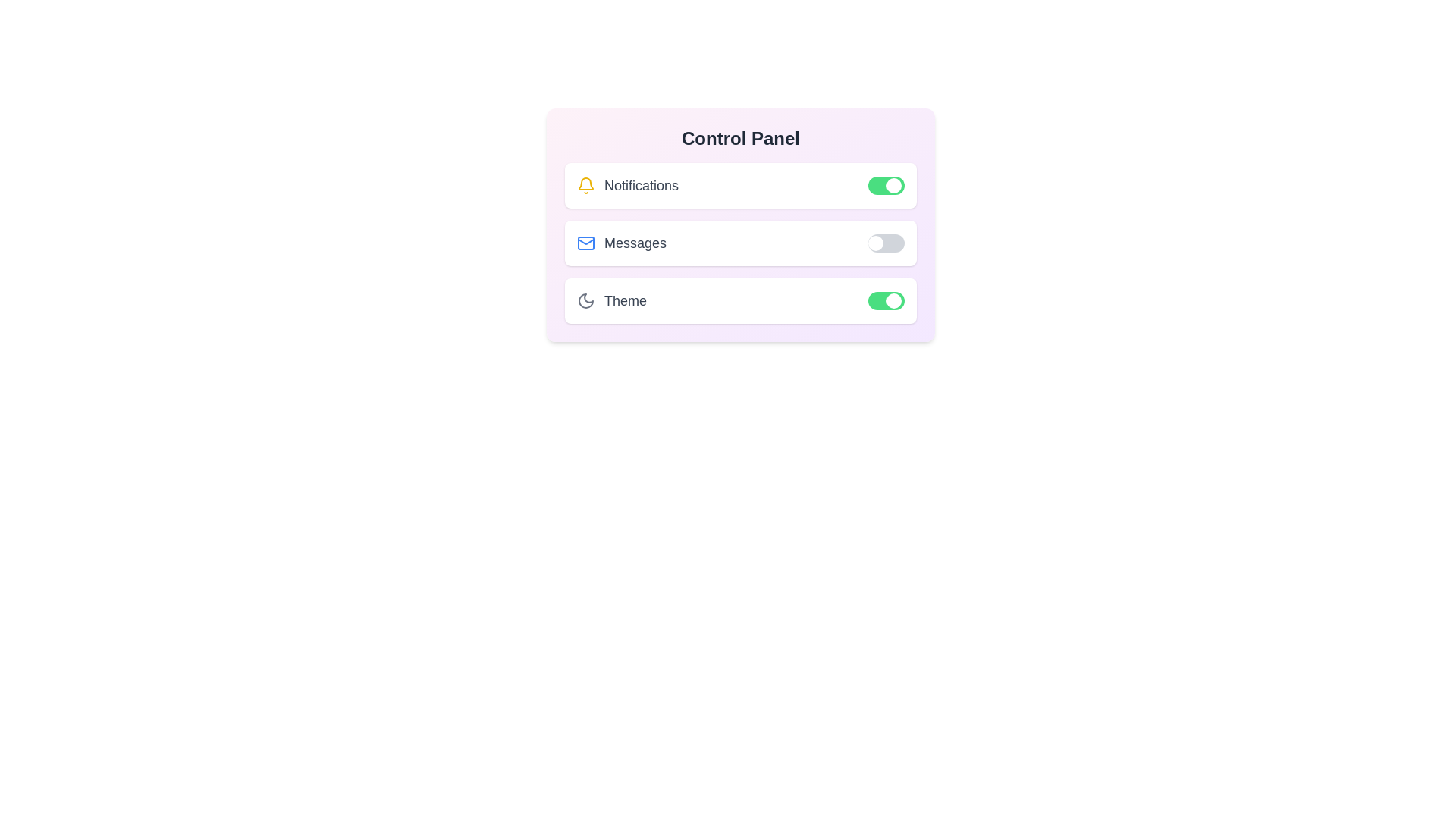 Image resolution: width=1456 pixels, height=819 pixels. Describe the element at coordinates (635, 242) in the screenshot. I see `the 'Messages' text label, which is styled in gray and positioned between an envelope icon and a toggle switch in the control panel interface` at that location.